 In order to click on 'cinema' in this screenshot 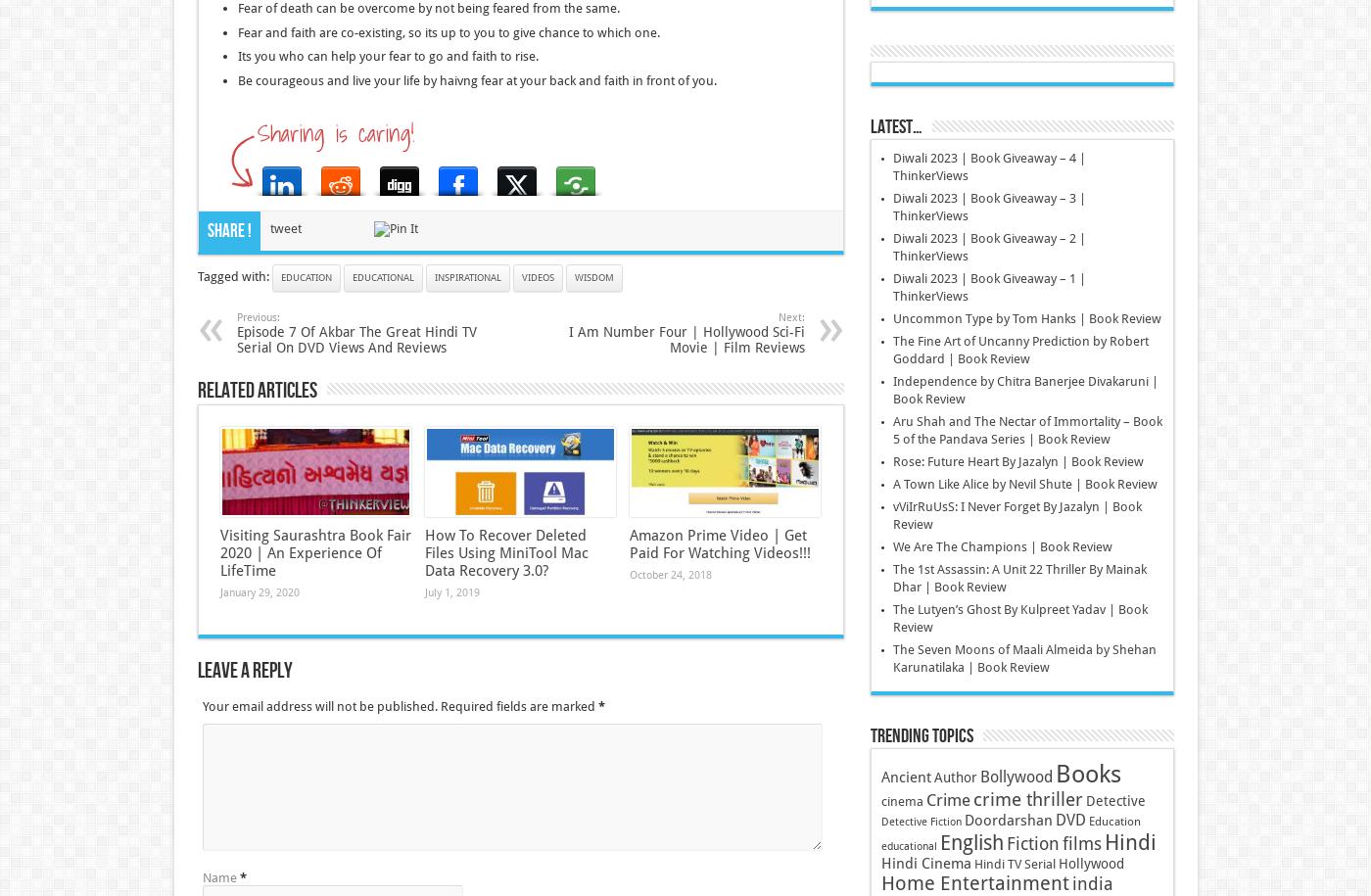, I will do `click(901, 801)`.